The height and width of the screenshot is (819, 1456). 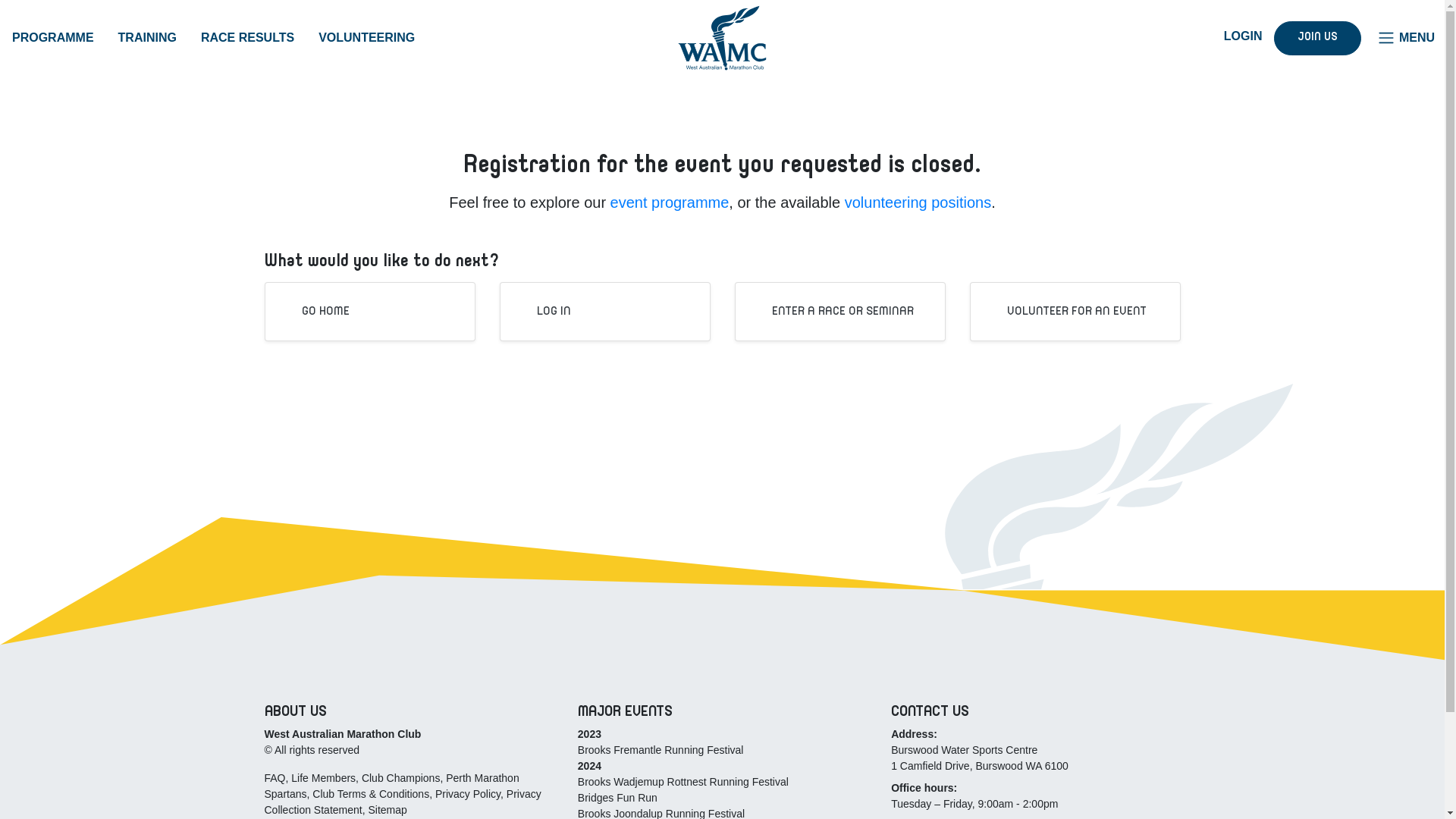 I want to click on 'Perth Marathon Spartans', so click(x=391, y=785).